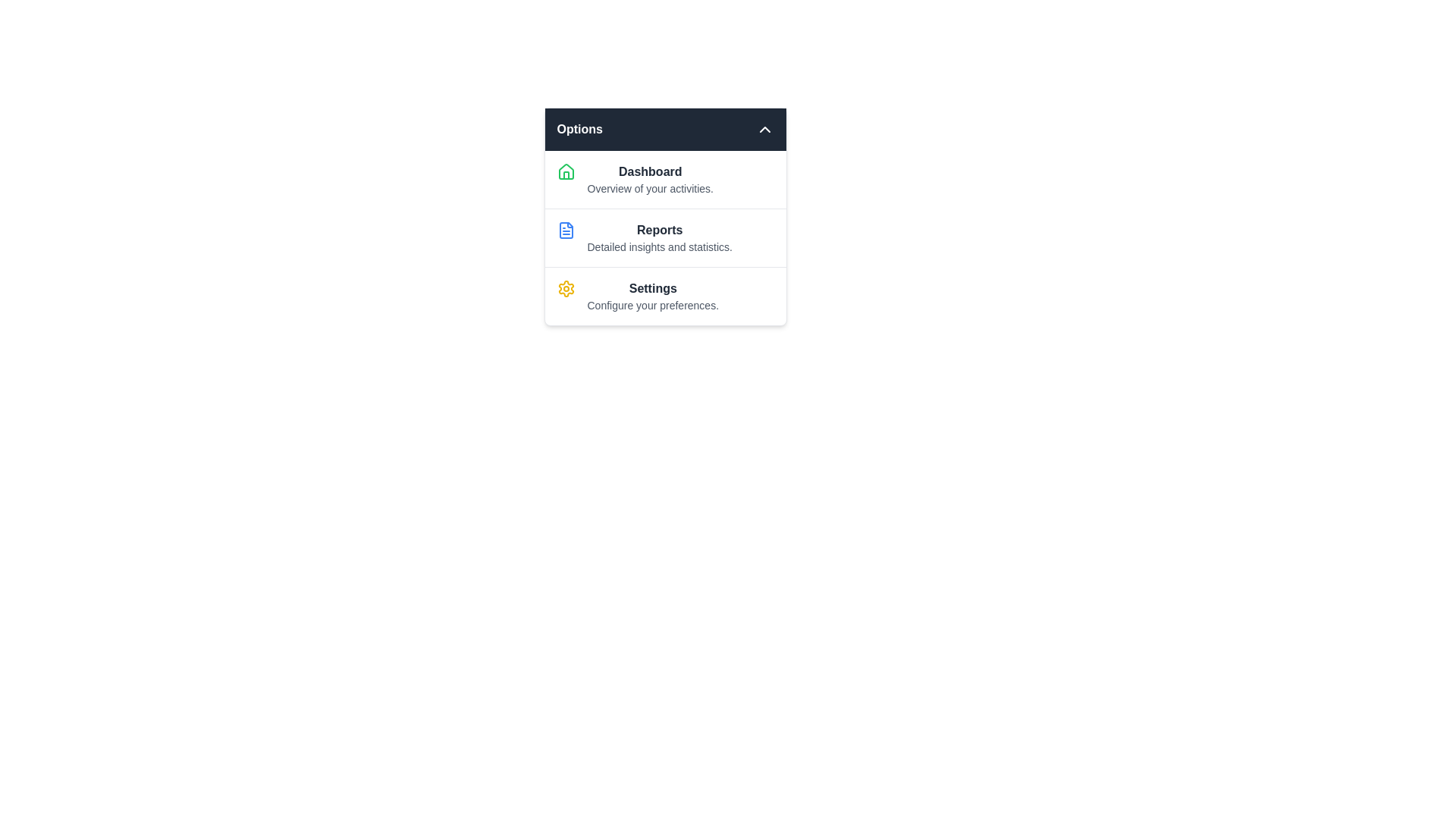 This screenshot has height=819, width=1456. I want to click on the Icon button with an upward-facing arrow on the topmost 'Options' bar, so click(764, 128).